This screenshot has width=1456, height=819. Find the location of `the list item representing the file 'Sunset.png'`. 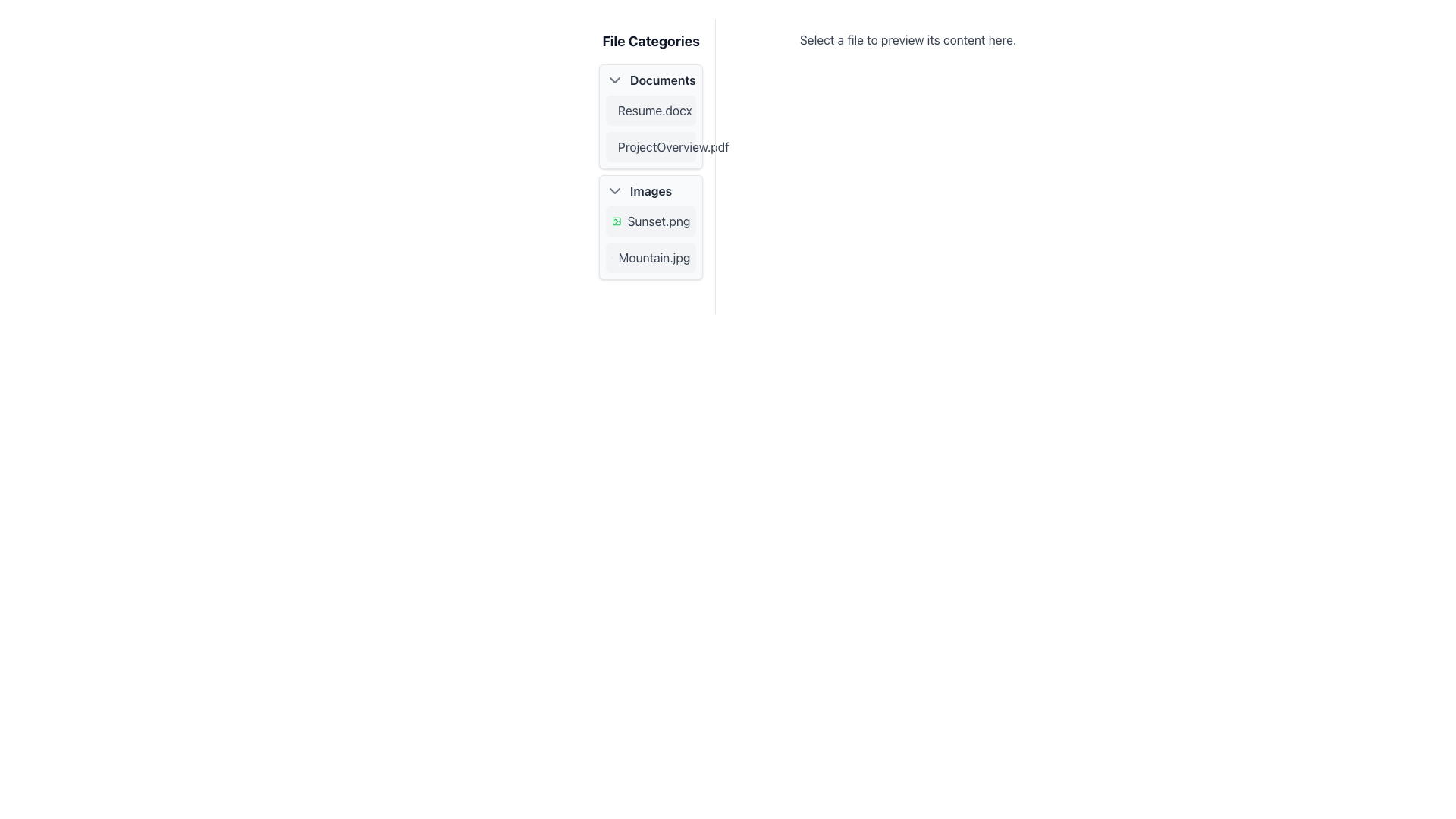

the list item representing the file 'Sunset.png' is located at coordinates (651, 227).